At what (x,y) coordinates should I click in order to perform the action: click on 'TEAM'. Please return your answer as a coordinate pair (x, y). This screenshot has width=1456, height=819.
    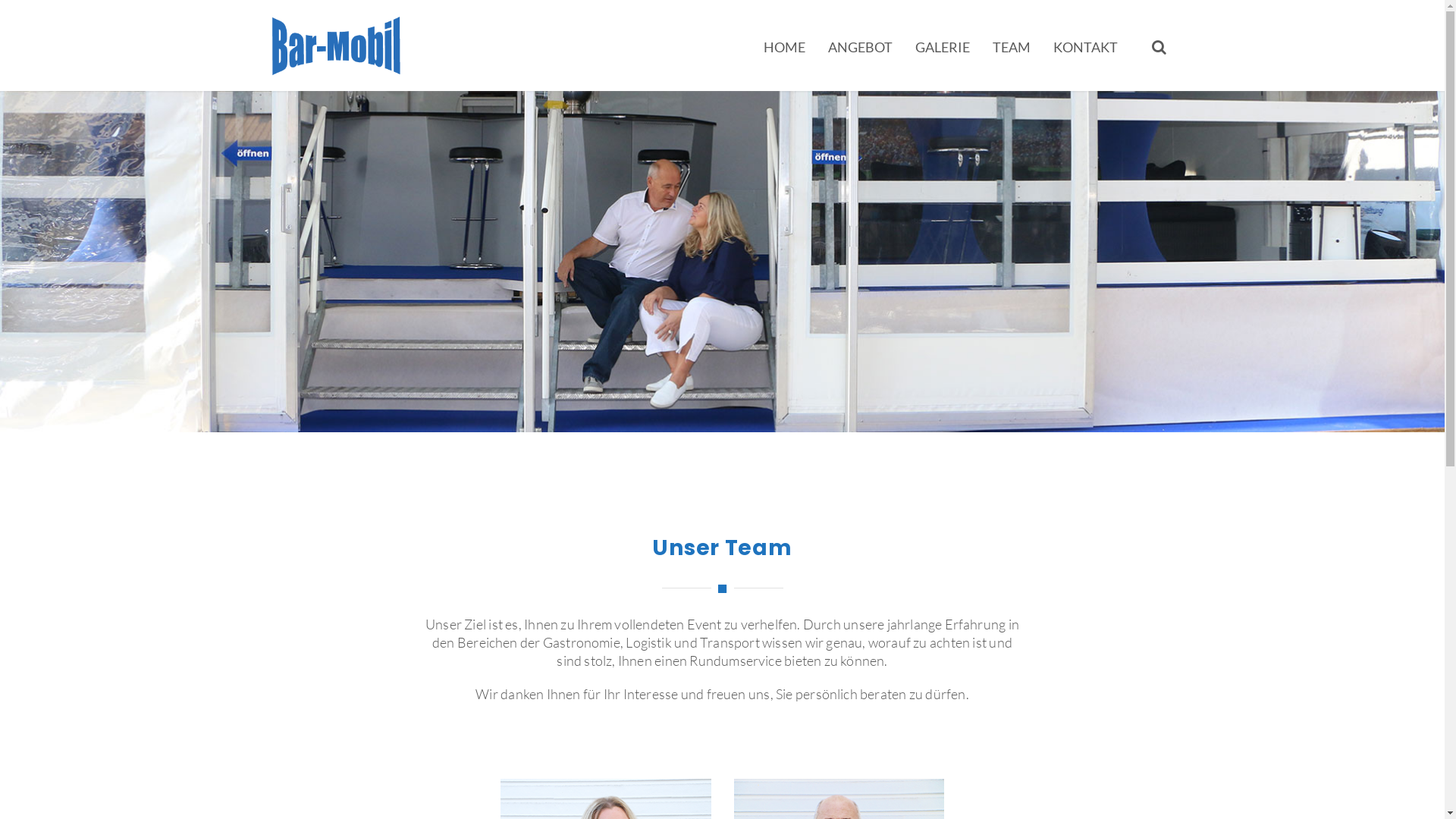
    Looking at the image, I should click on (1012, 45).